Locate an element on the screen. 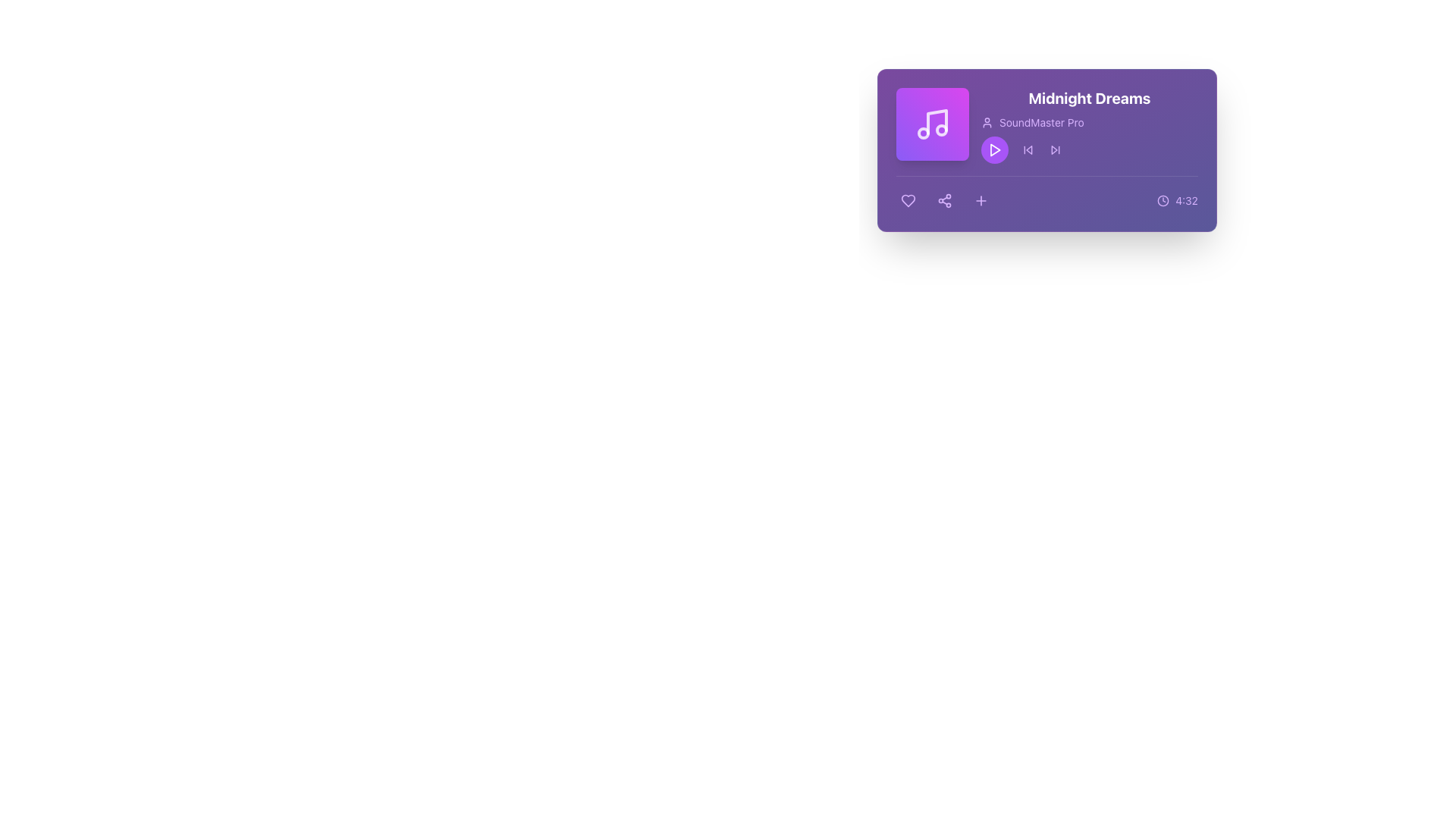 This screenshot has height=819, width=1456. the forward arrow icon located within the 'Next' button on the middle row of playback controls to skip to the next media is located at coordinates (1055, 149).